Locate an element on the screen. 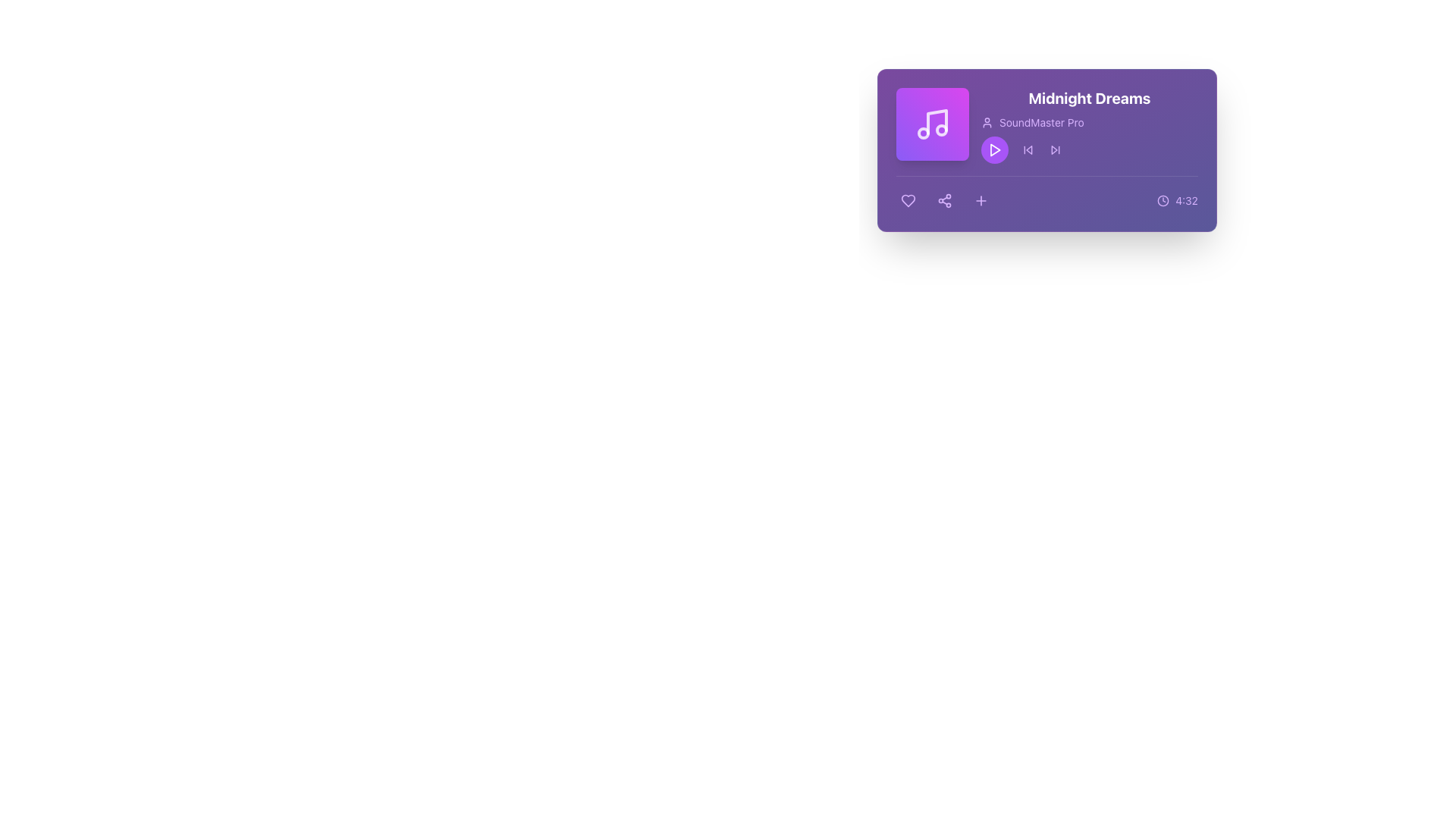 This screenshot has height=819, width=1456. the forward arrow icon located within the 'Next' button on the middle row of playback controls to skip to the next media is located at coordinates (1055, 149).